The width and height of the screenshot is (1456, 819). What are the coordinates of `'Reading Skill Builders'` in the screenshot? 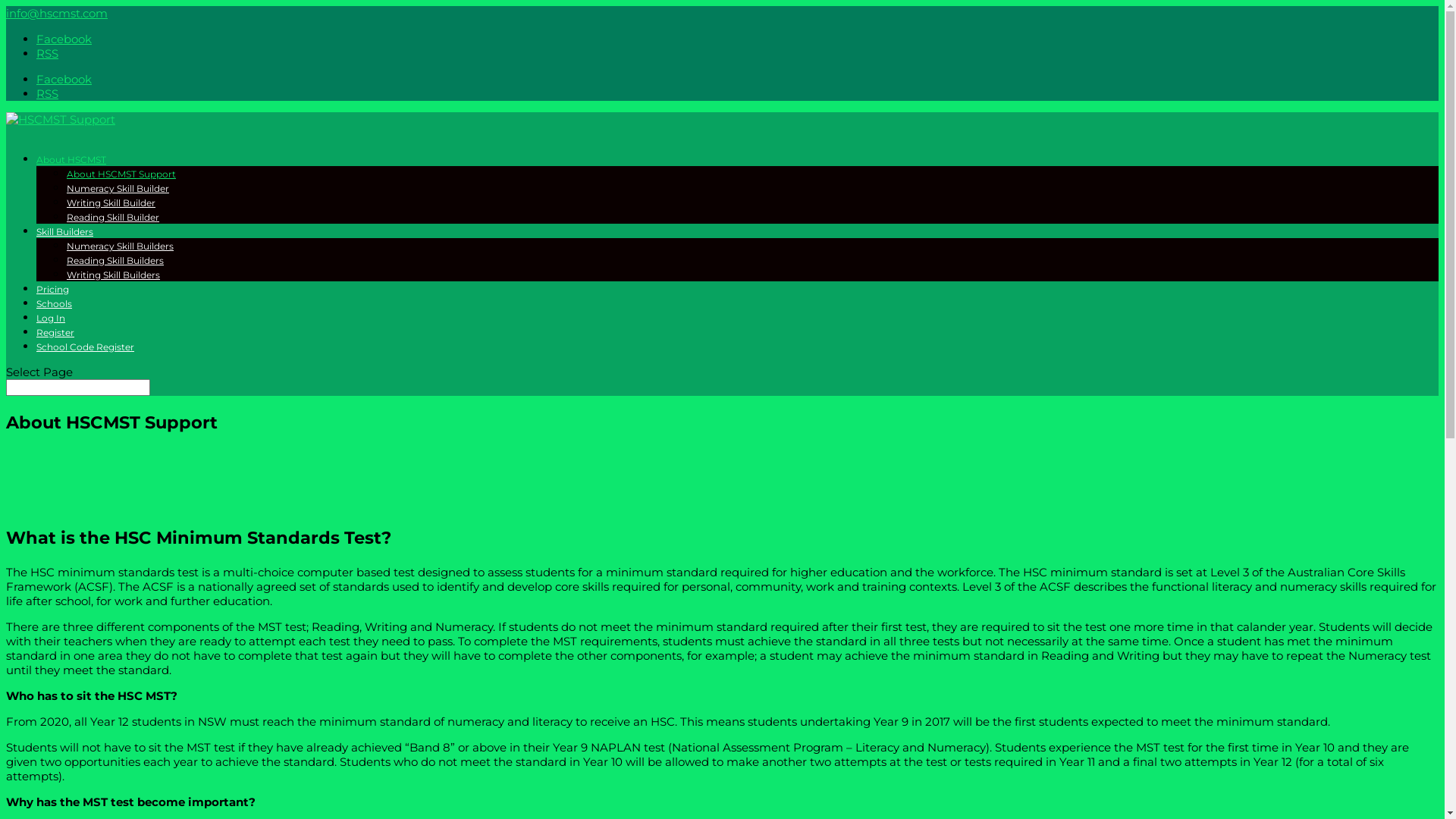 It's located at (115, 259).